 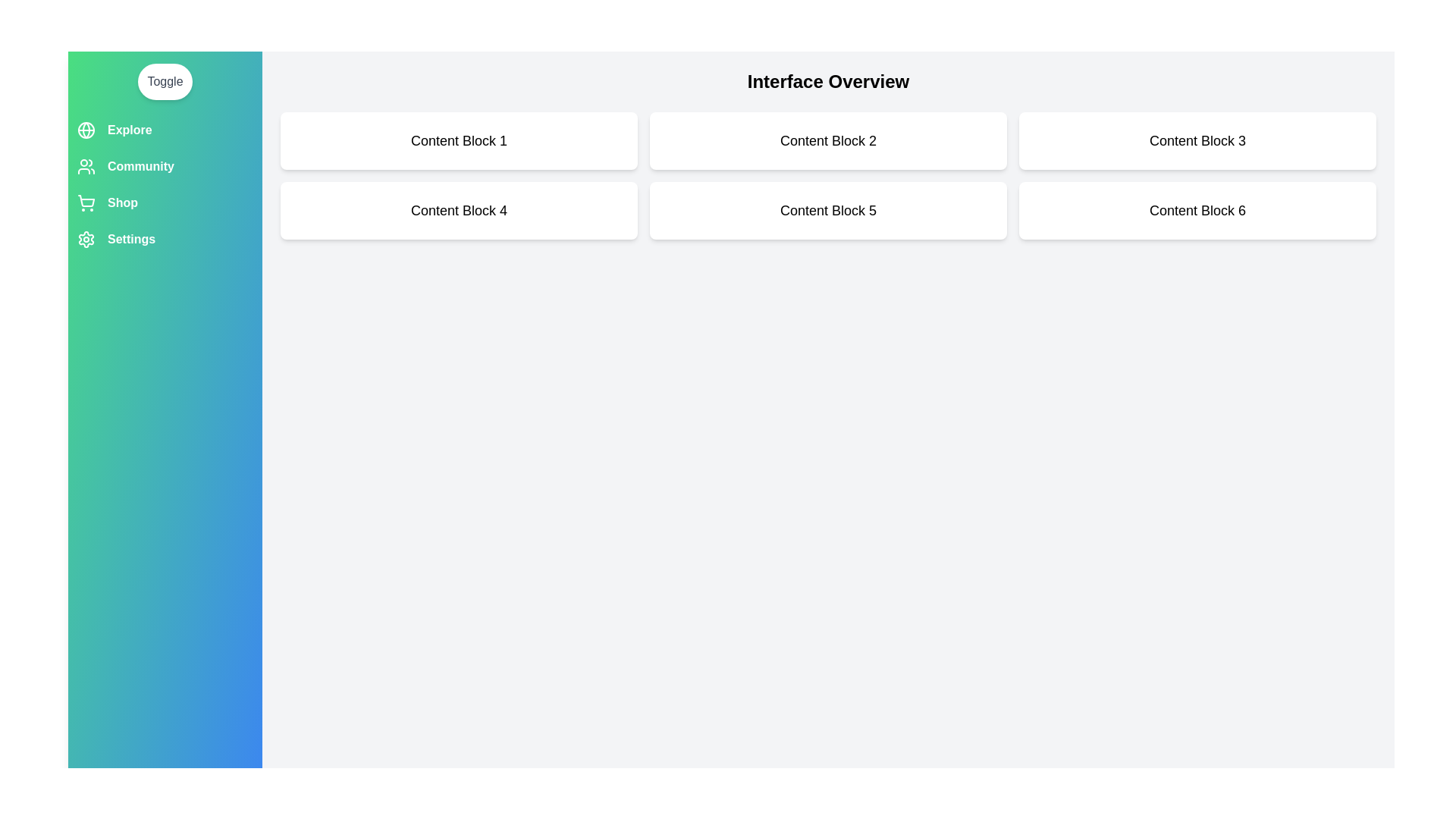 I want to click on the menu option labeled Settings in the drawer, so click(x=165, y=239).